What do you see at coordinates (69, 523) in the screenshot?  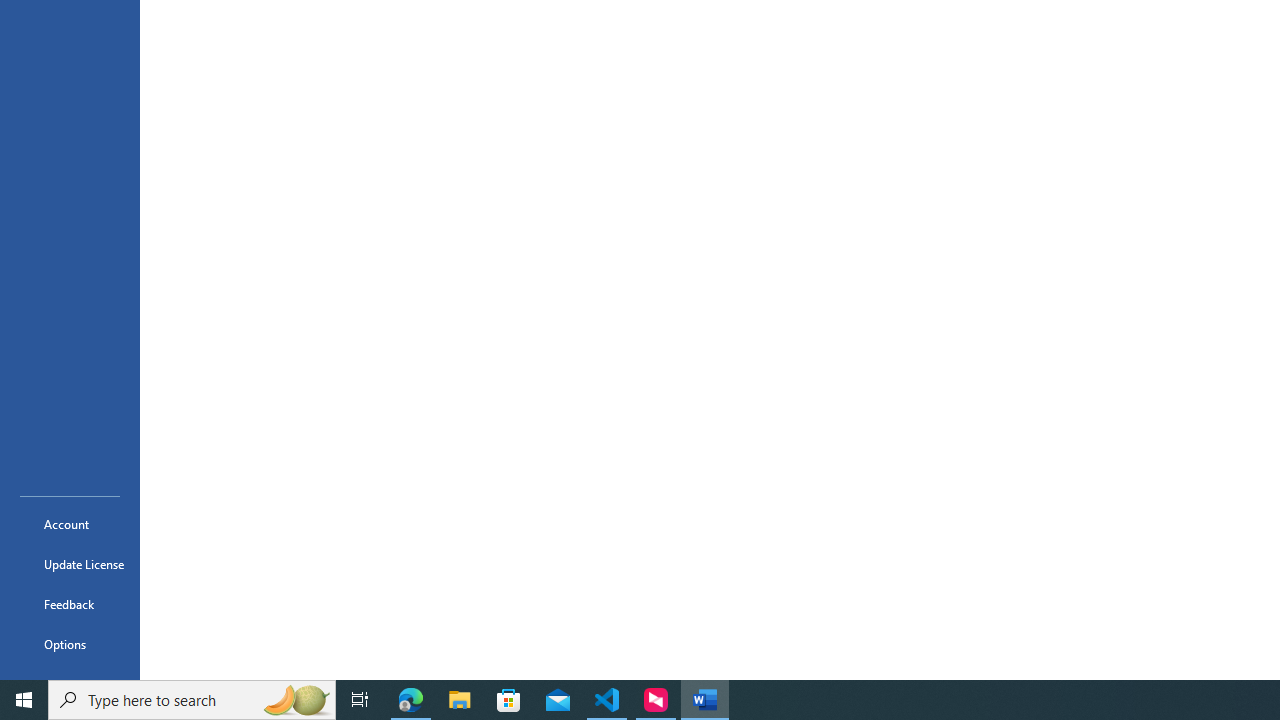 I see `'Account'` at bounding box center [69, 523].